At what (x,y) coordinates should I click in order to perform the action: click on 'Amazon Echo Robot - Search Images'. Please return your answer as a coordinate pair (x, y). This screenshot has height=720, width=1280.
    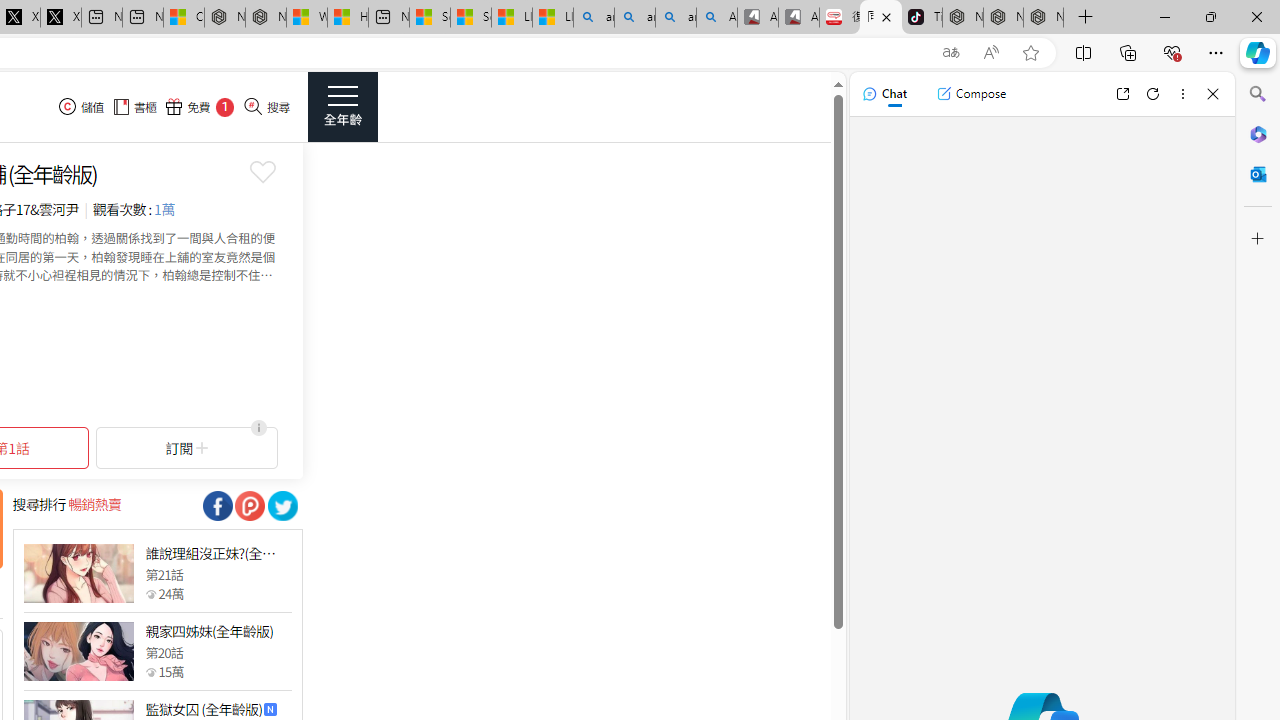
    Looking at the image, I should click on (717, 17).